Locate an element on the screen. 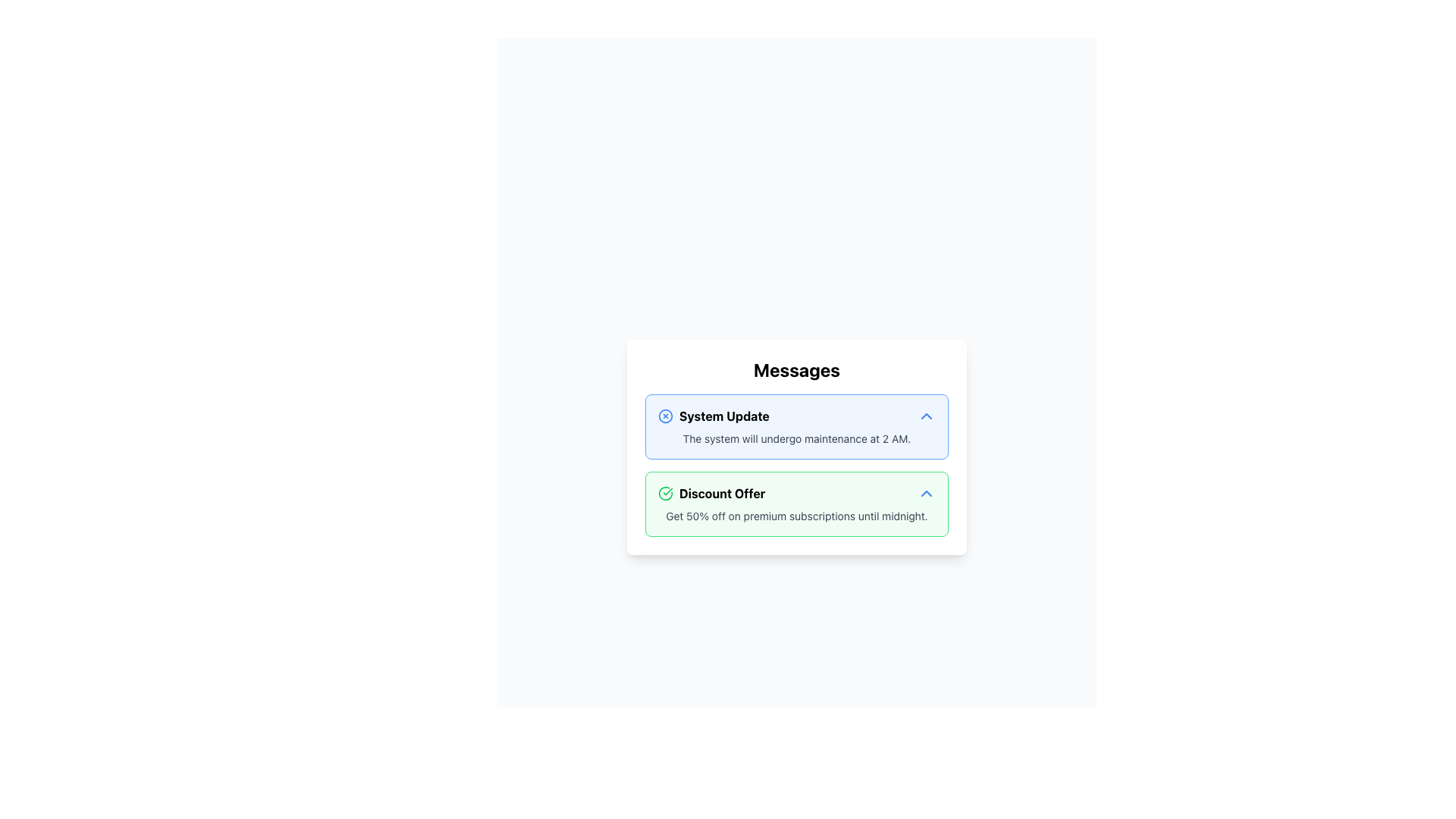 This screenshot has height=819, width=1456. the circular graphical icon component that is part of the 'System Update' notification item, which is styled with a defined border and located to the left of the item's text content is located at coordinates (666, 416).